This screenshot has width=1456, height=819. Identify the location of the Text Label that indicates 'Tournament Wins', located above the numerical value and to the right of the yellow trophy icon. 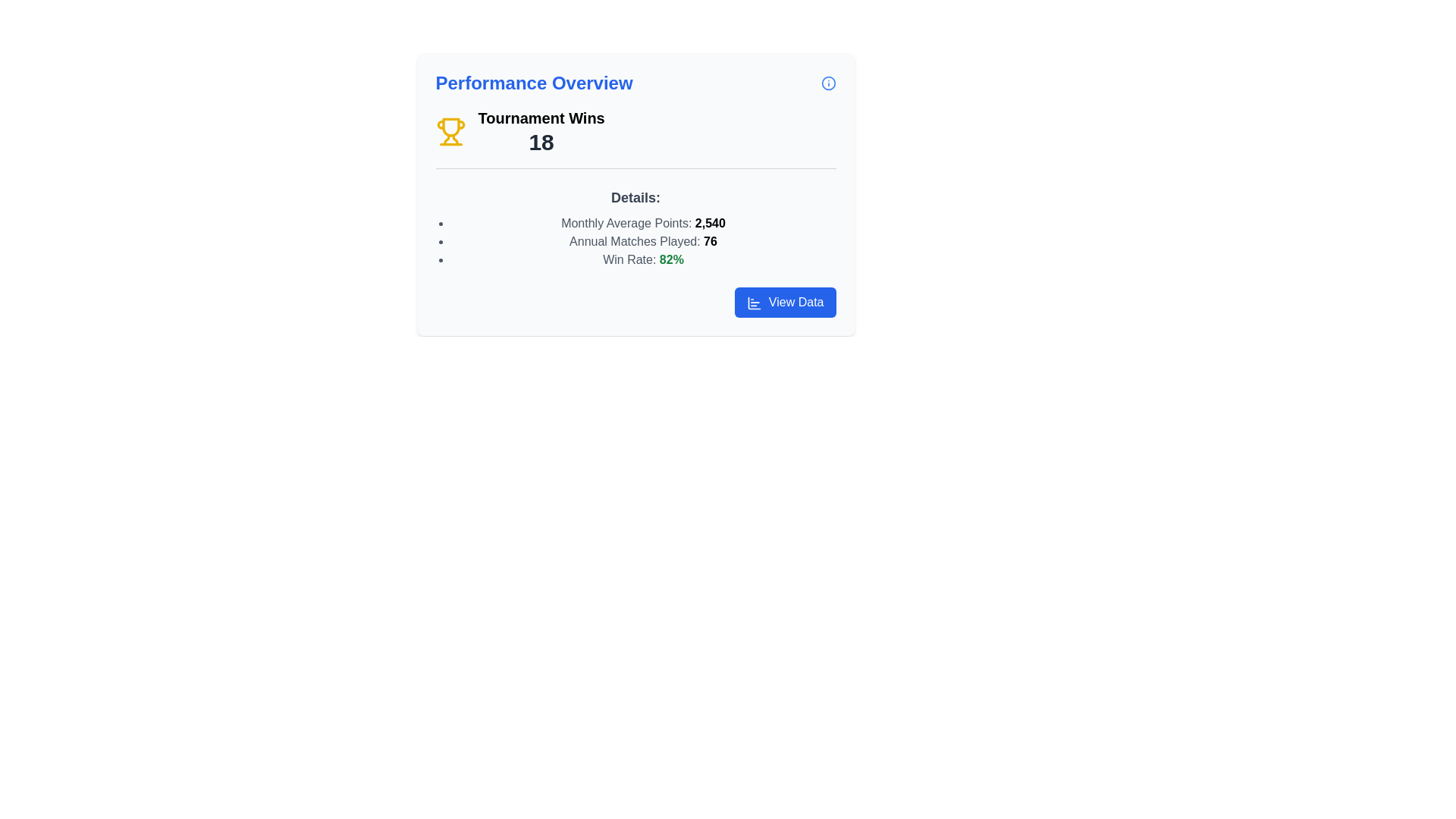
(541, 117).